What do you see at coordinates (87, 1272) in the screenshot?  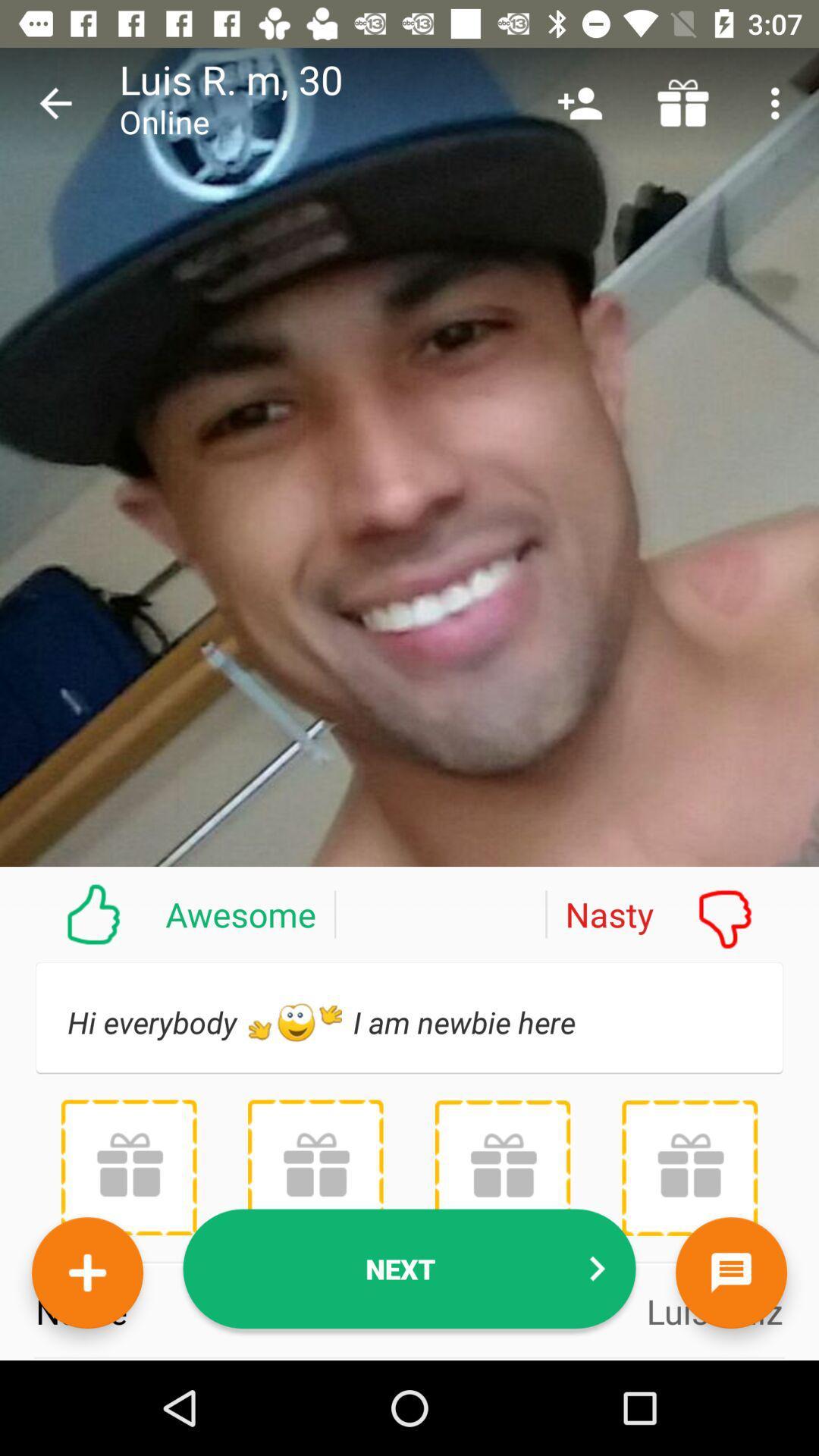 I see `to favorites` at bounding box center [87, 1272].